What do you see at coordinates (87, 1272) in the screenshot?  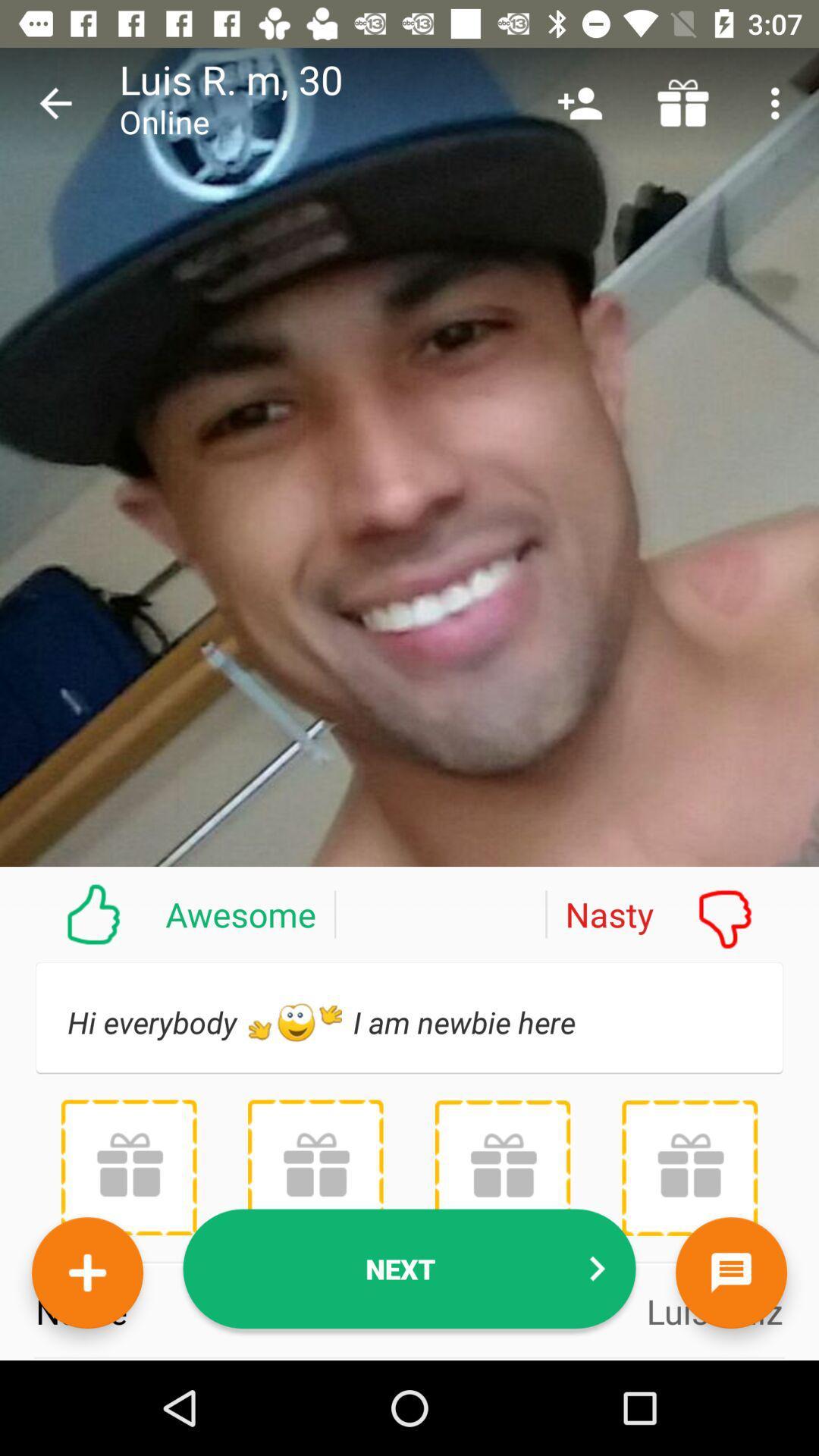 I see `to favorites` at bounding box center [87, 1272].